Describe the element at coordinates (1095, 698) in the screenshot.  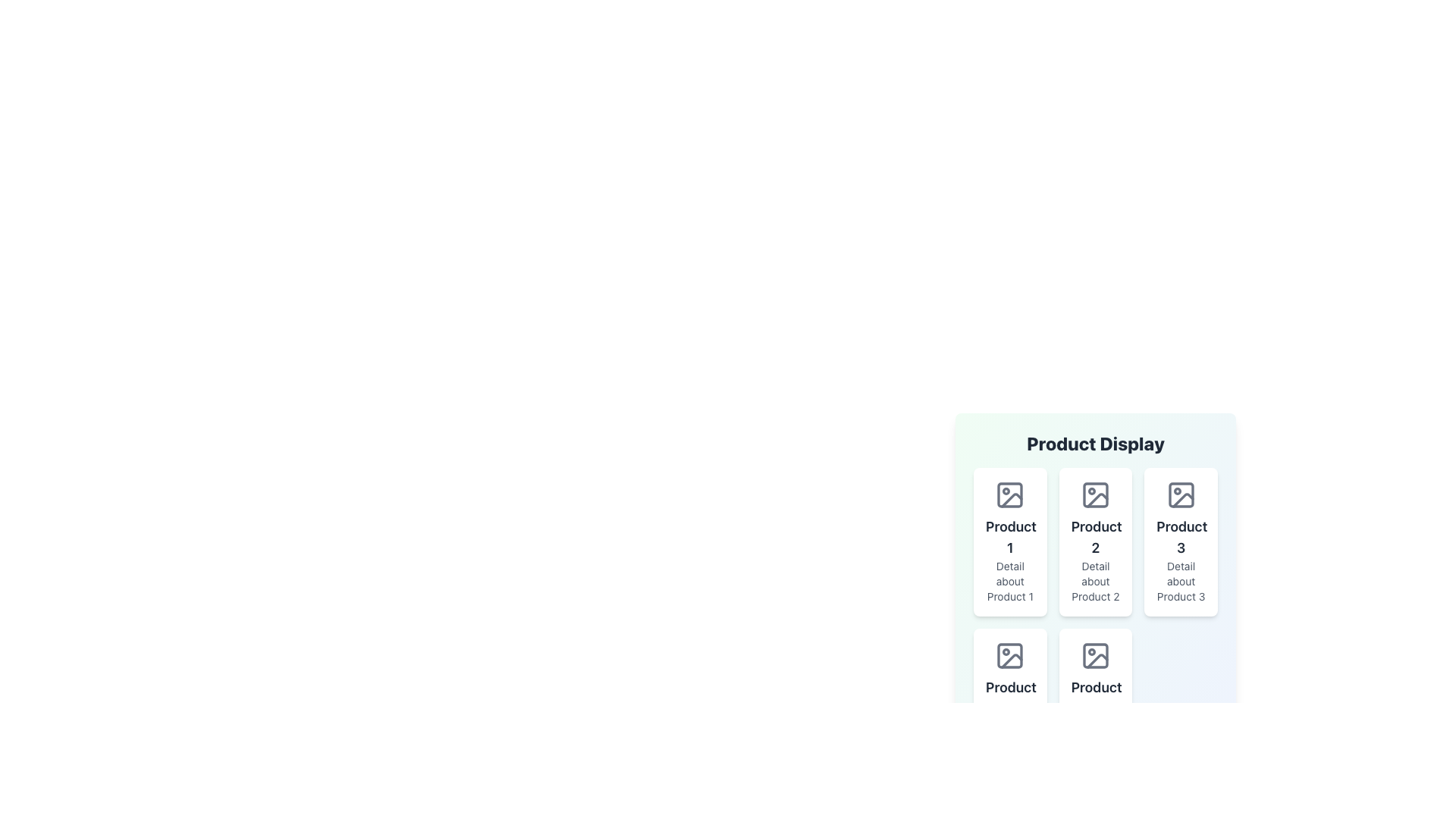
I see `the text label that titles the product in the bottom row of the white card component with rounded corners and shadow` at that location.